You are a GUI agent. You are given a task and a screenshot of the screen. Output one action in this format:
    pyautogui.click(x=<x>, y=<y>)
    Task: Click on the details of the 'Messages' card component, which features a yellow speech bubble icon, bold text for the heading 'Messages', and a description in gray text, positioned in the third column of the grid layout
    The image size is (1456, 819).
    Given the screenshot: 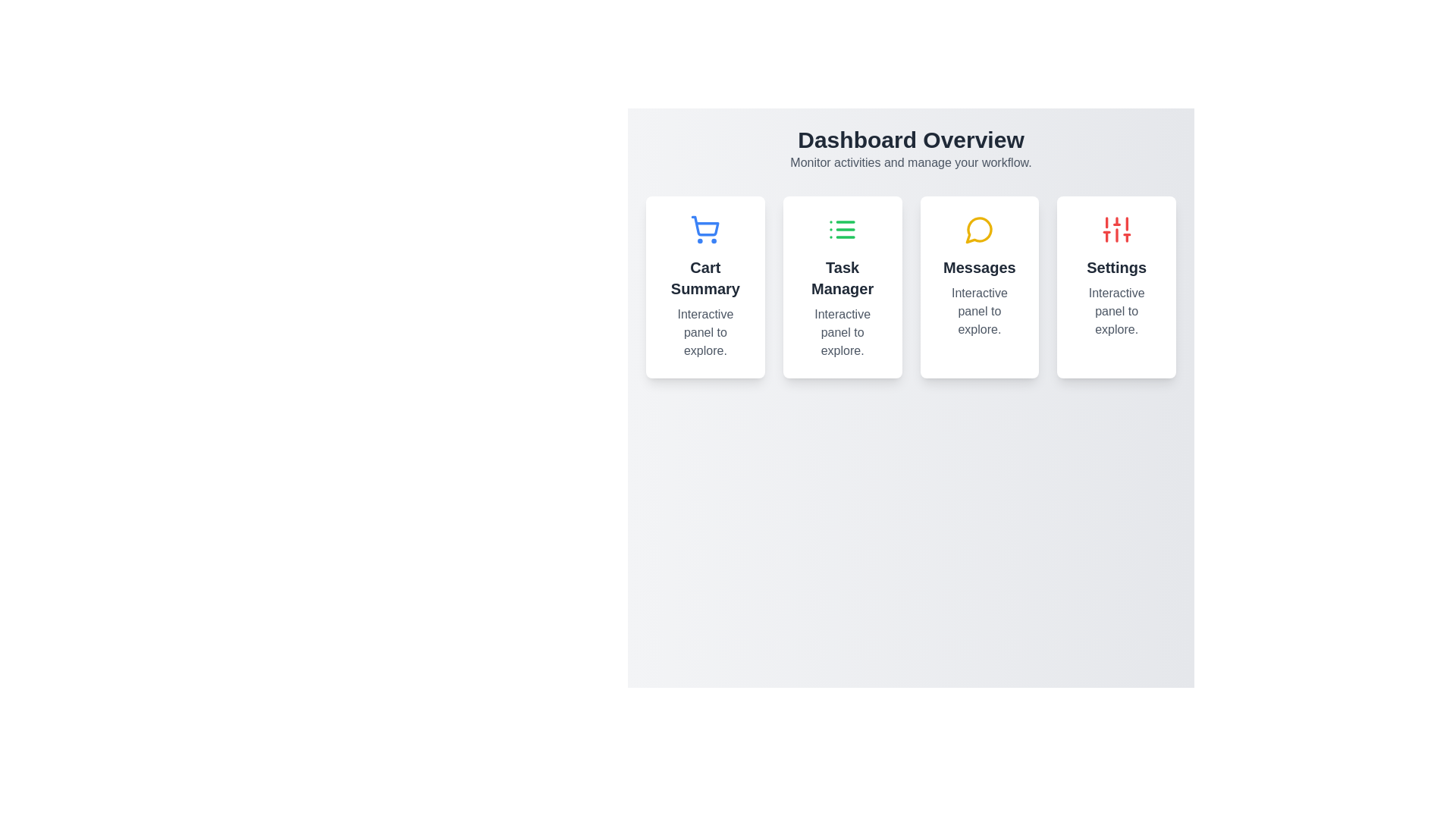 What is the action you would take?
    pyautogui.click(x=979, y=287)
    